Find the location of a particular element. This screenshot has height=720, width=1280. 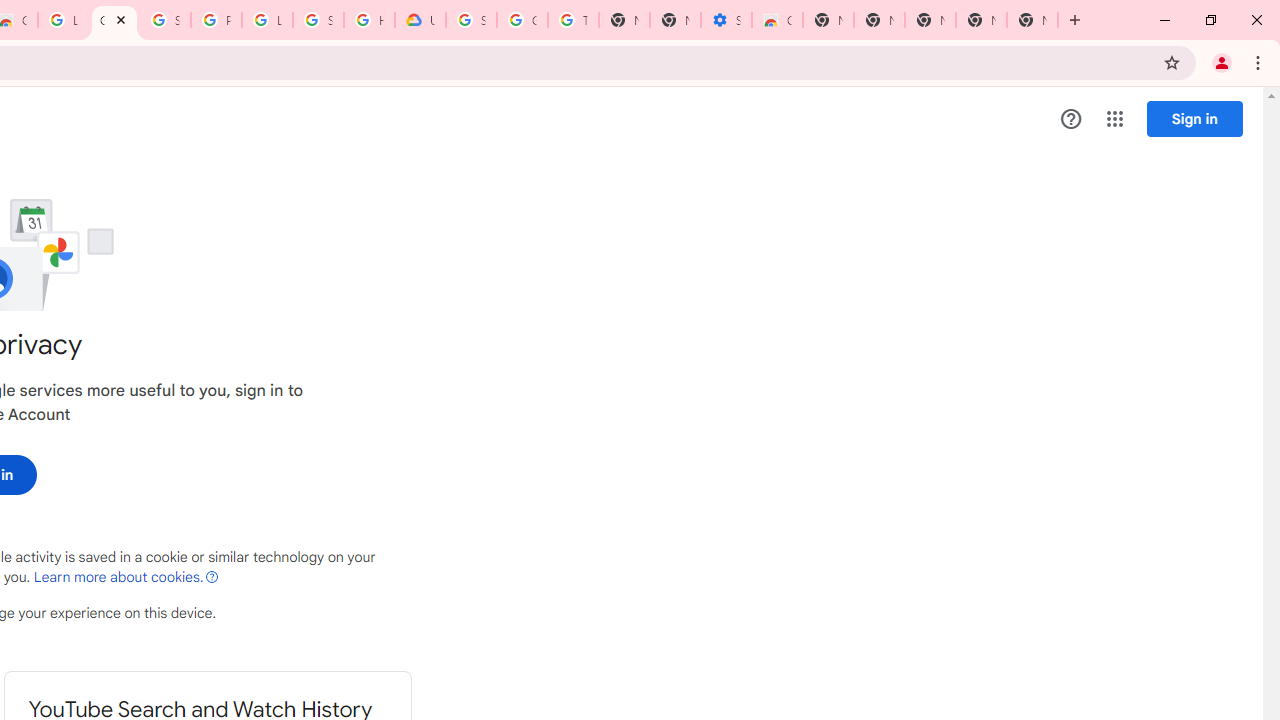

'Chrome Web Store - Accessibility extensions' is located at coordinates (775, 20).